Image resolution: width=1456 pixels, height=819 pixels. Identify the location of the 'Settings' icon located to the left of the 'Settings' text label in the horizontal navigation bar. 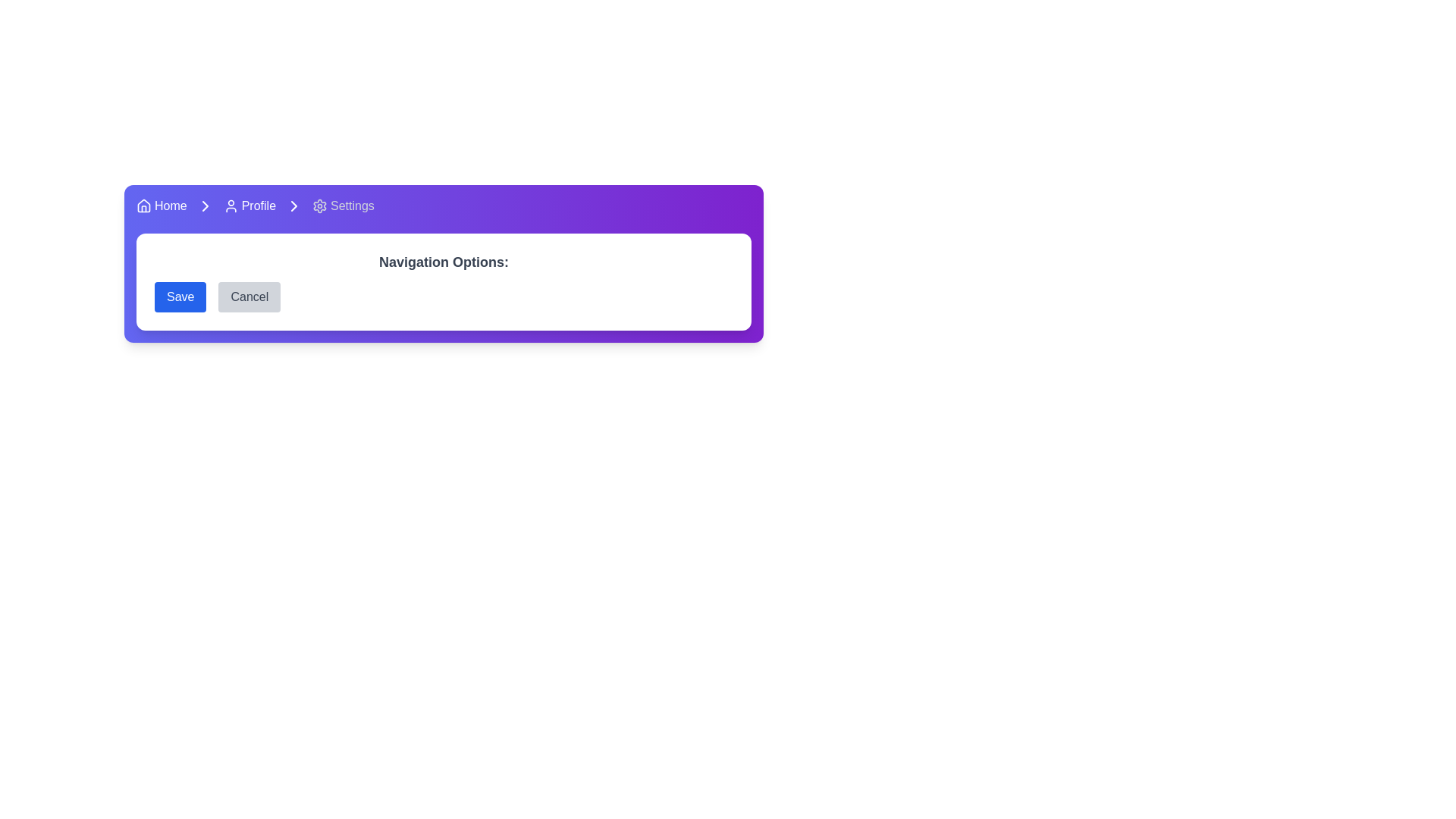
(319, 206).